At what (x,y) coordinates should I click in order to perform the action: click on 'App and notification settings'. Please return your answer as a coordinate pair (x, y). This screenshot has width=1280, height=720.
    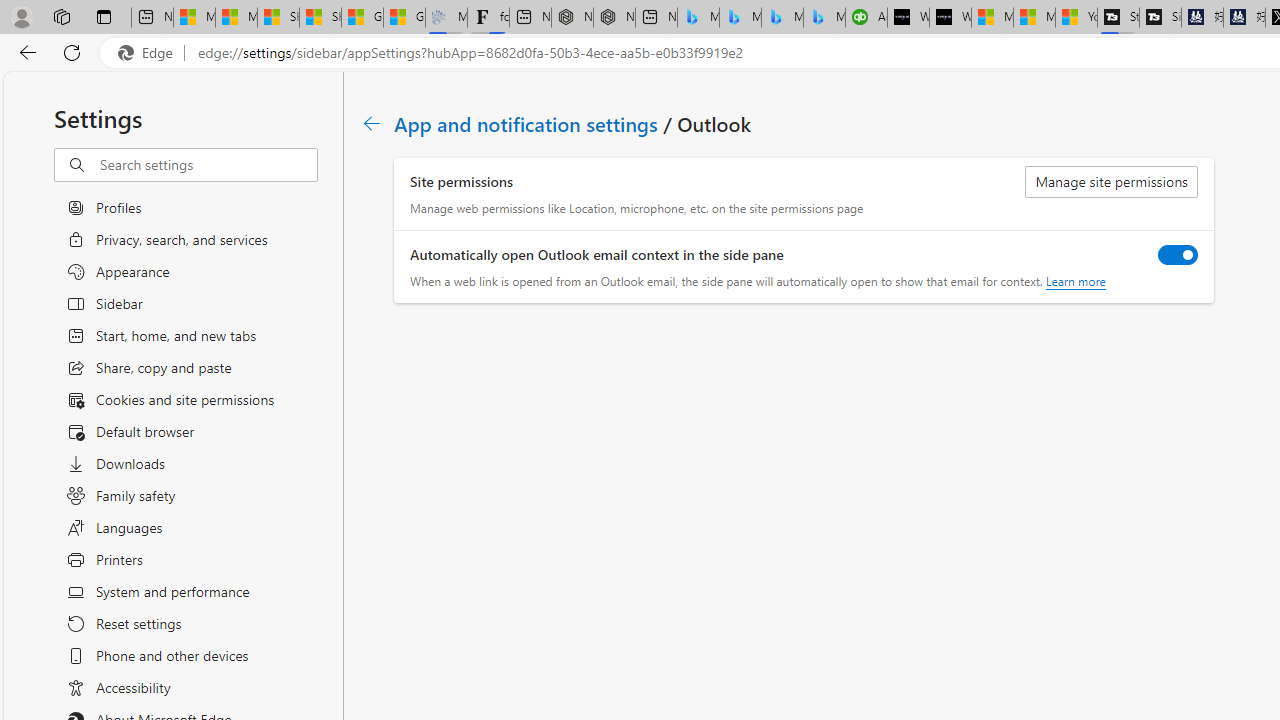
    Looking at the image, I should click on (527, 123).